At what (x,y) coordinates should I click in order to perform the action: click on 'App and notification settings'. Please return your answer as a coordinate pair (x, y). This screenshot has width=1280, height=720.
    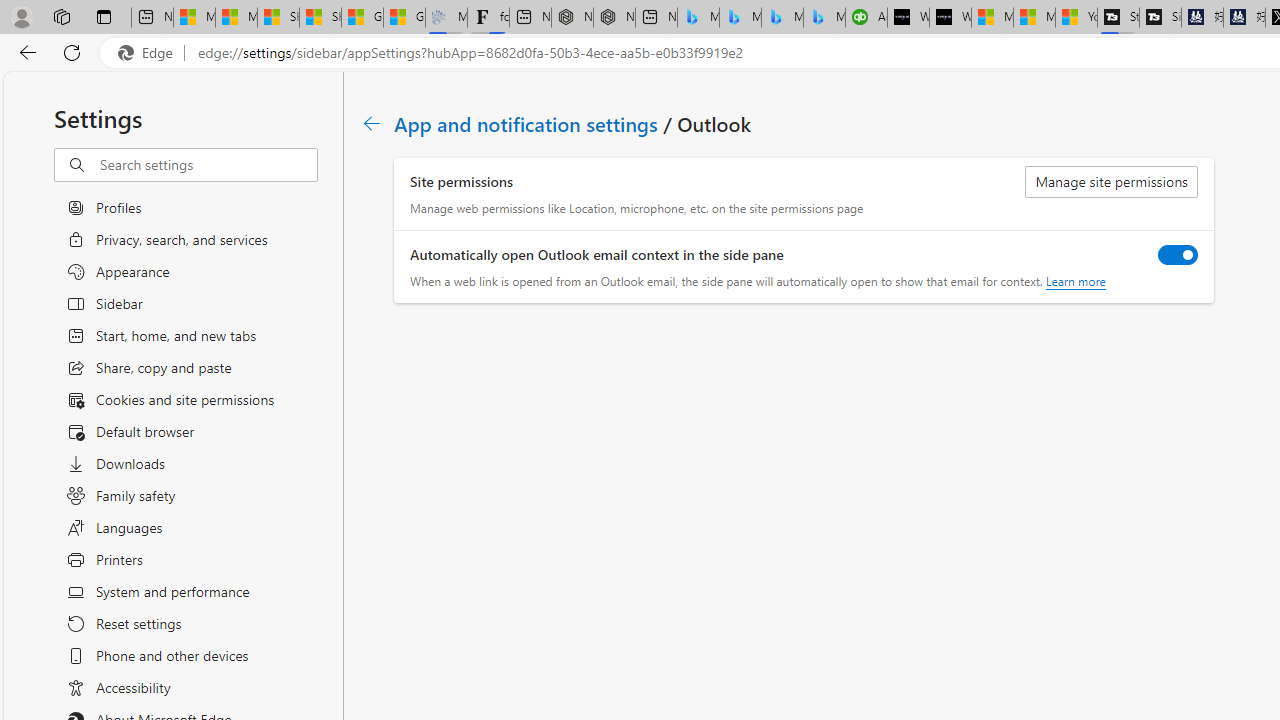
    Looking at the image, I should click on (527, 123).